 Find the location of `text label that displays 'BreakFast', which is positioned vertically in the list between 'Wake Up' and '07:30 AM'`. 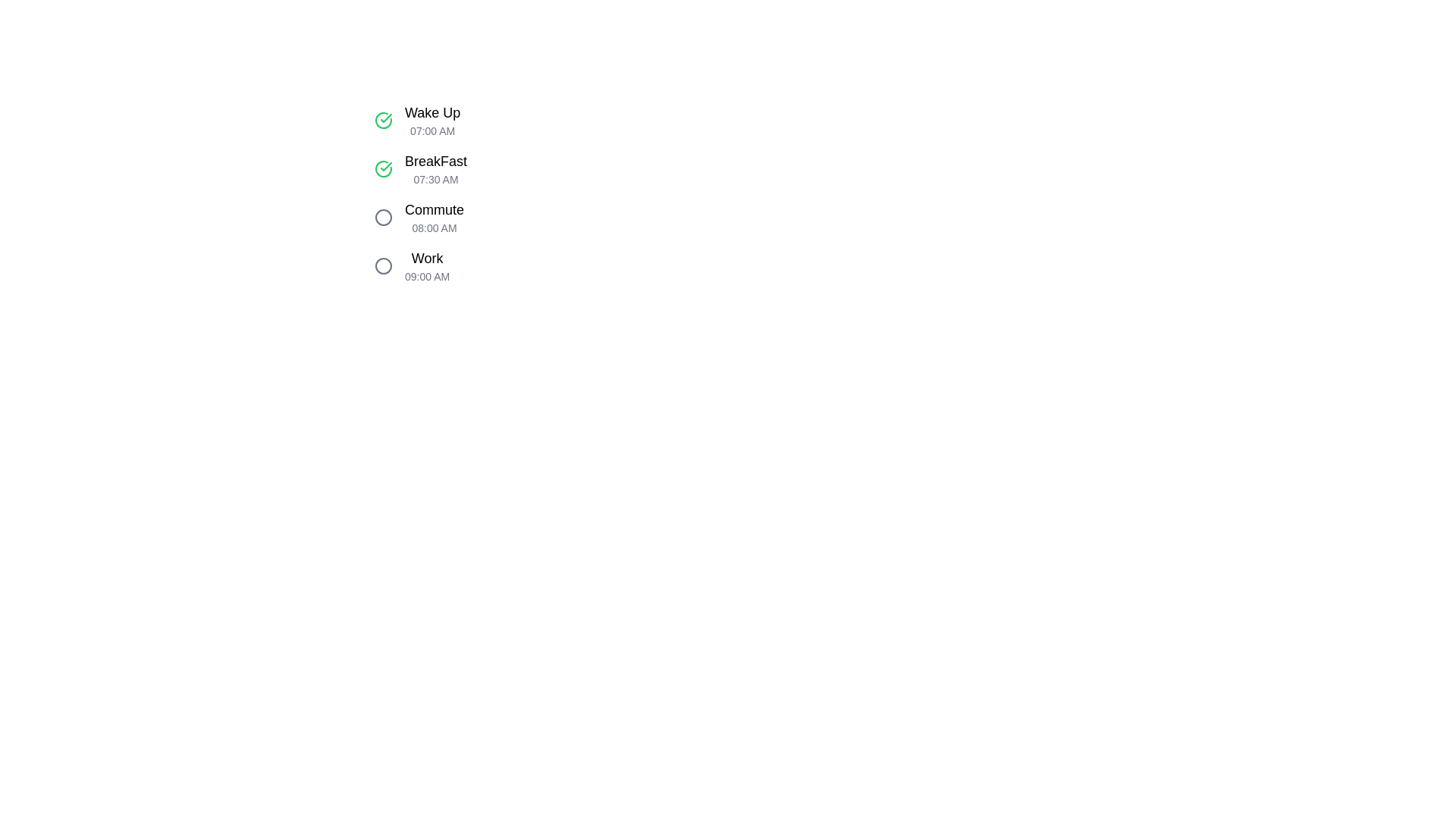

text label that displays 'BreakFast', which is positioned vertically in the list between 'Wake Up' and '07:30 AM' is located at coordinates (435, 161).